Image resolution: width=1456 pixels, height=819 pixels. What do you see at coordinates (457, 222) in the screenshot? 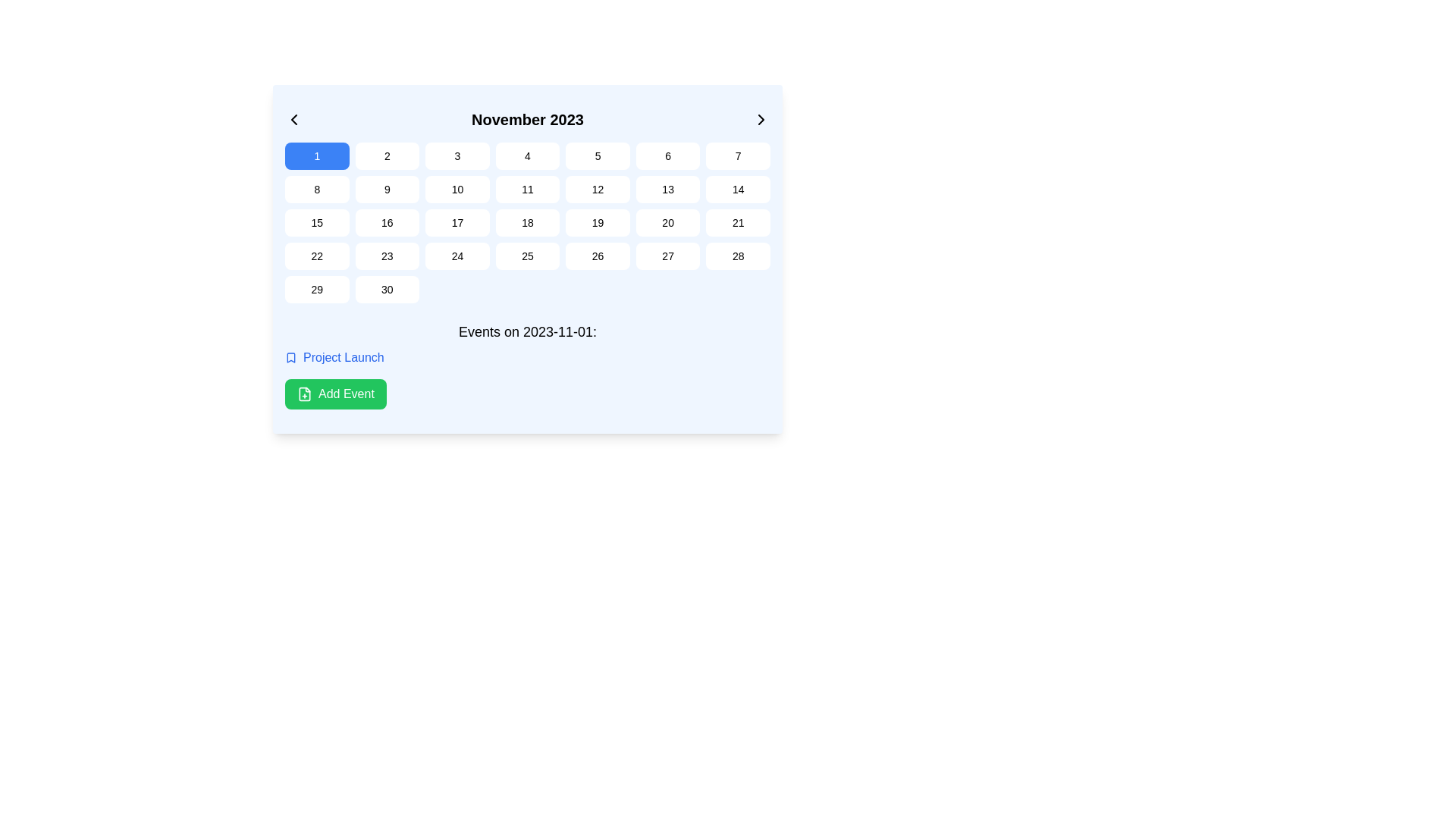
I see `the rectangular button displaying the text '17' in the calendar application` at bounding box center [457, 222].